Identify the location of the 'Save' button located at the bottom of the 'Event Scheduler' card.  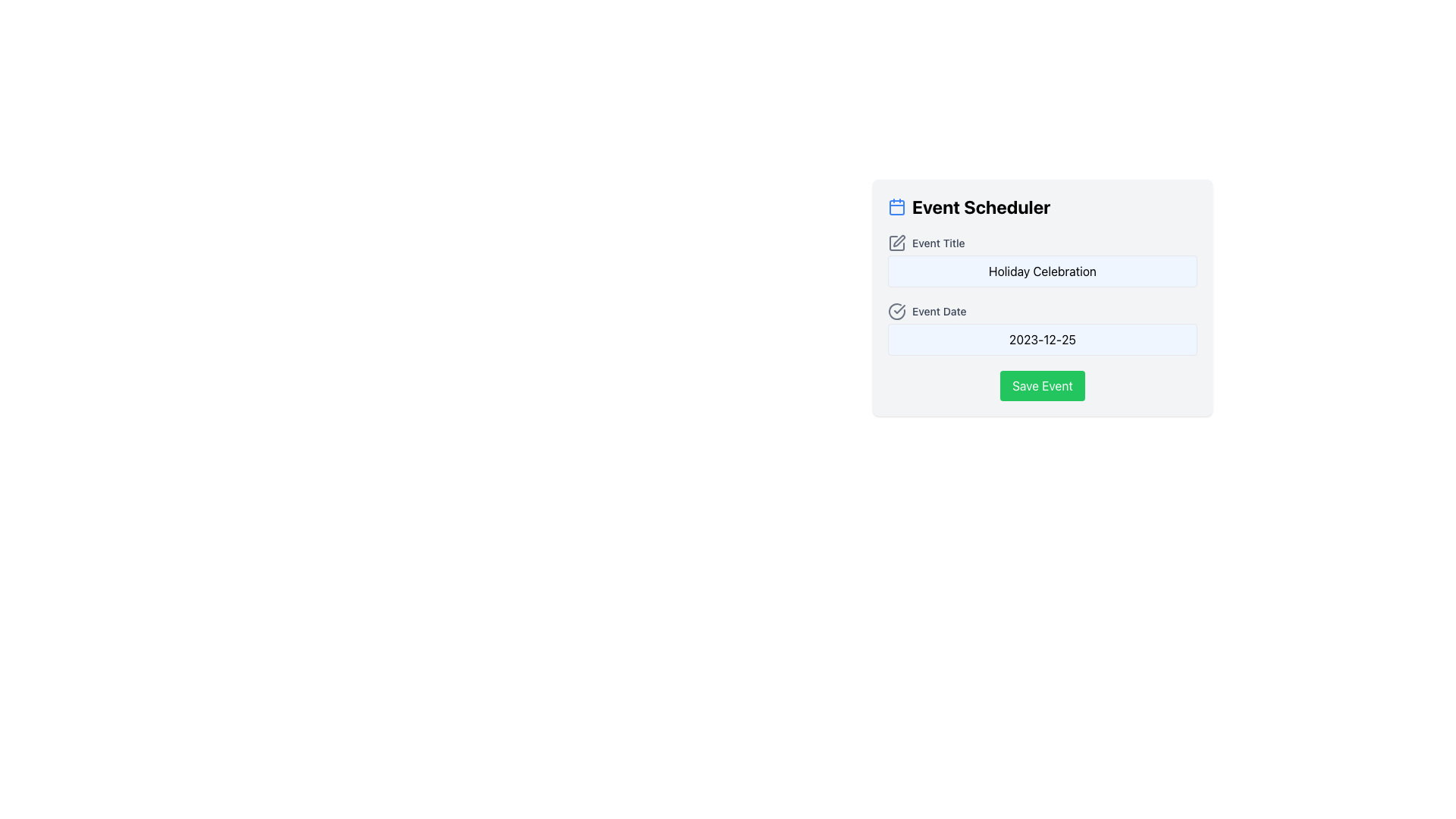
(1041, 385).